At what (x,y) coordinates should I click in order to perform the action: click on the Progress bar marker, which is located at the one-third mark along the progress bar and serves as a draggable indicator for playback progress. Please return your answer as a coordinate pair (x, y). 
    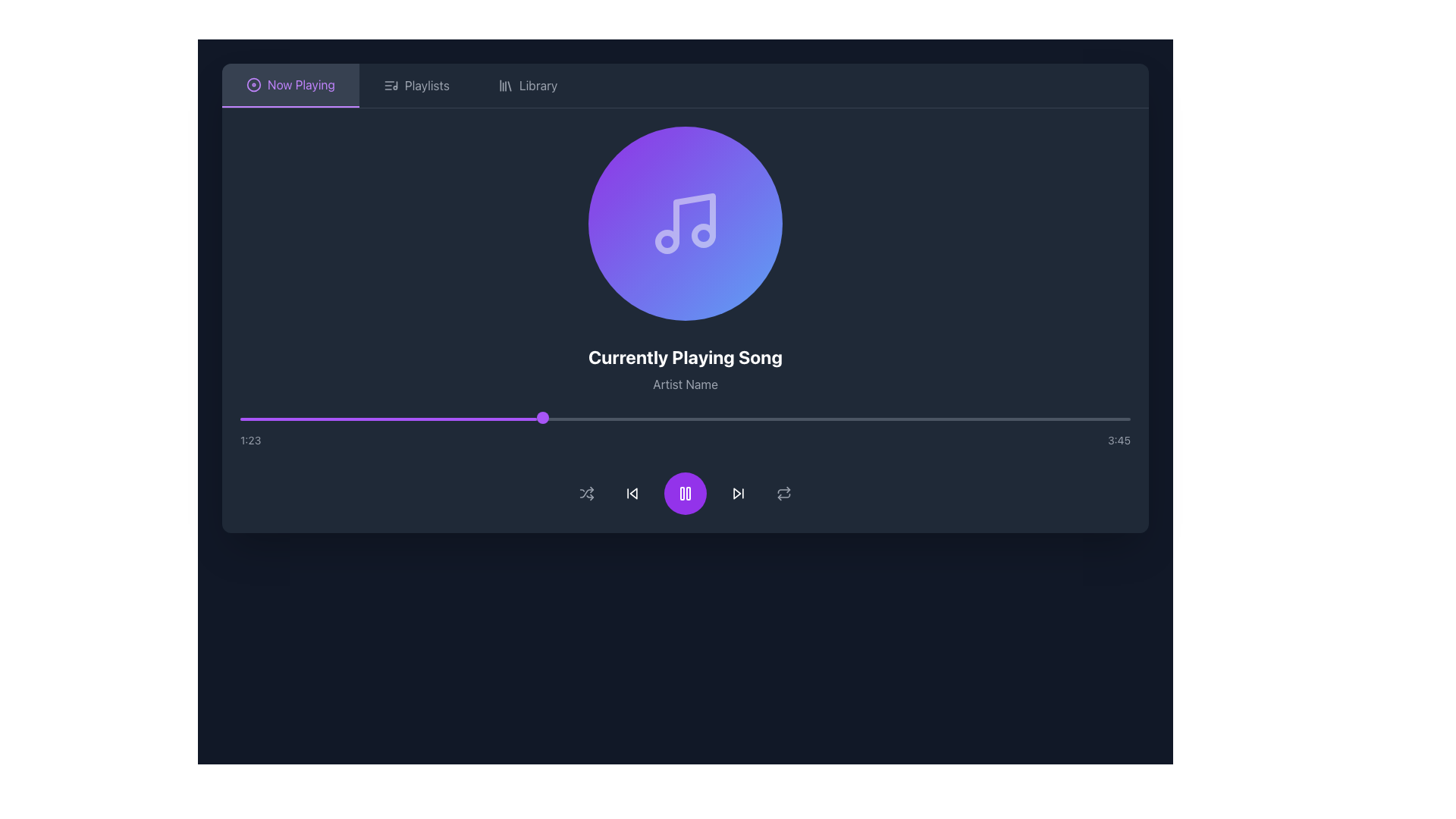
    Looking at the image, I should click on (543, 418).